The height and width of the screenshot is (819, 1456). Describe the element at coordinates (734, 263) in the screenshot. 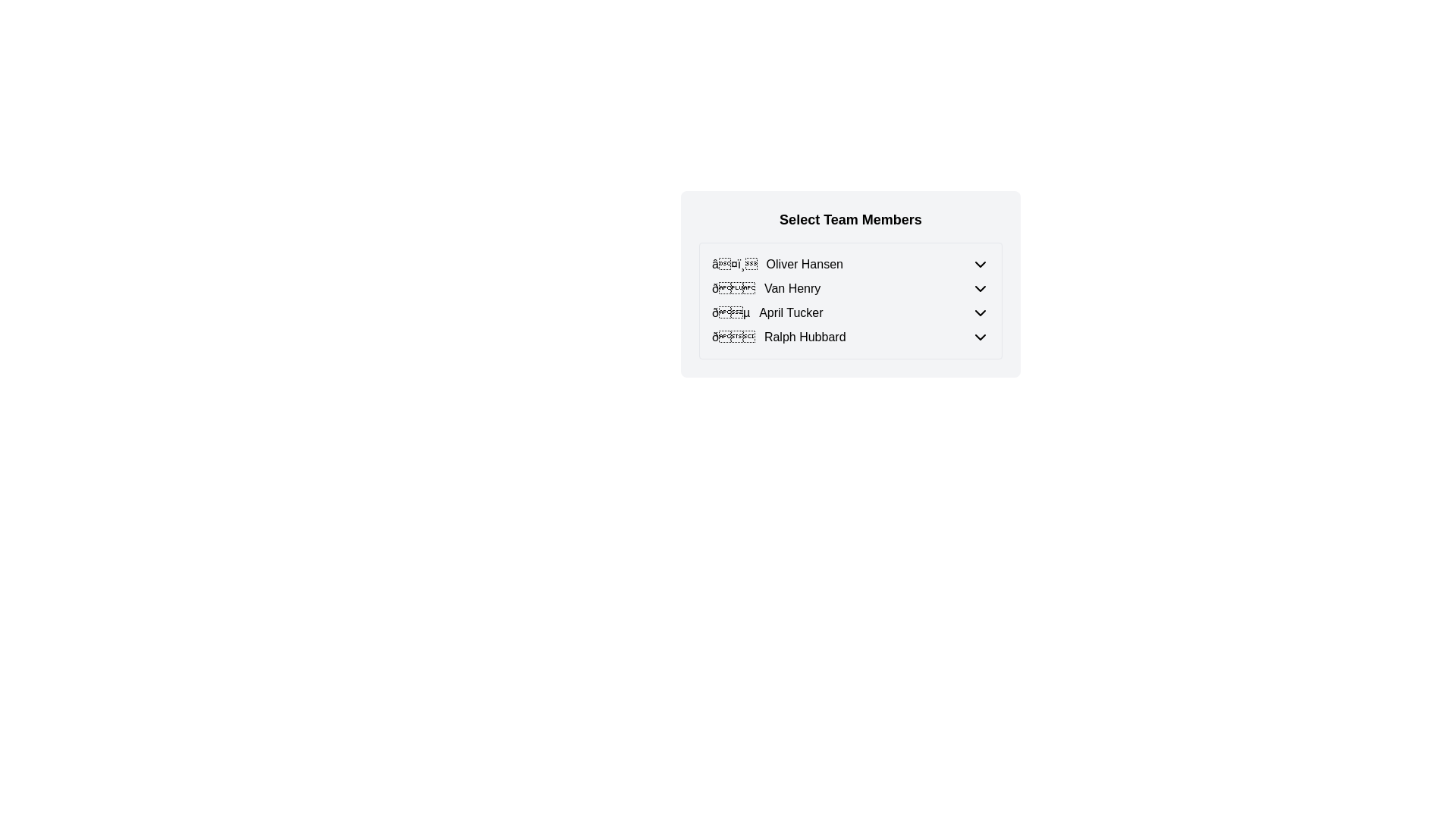

I see `the decorative icon representing a favorite status, which is located to the left of the text 'Oliver Hansen'` at that location.